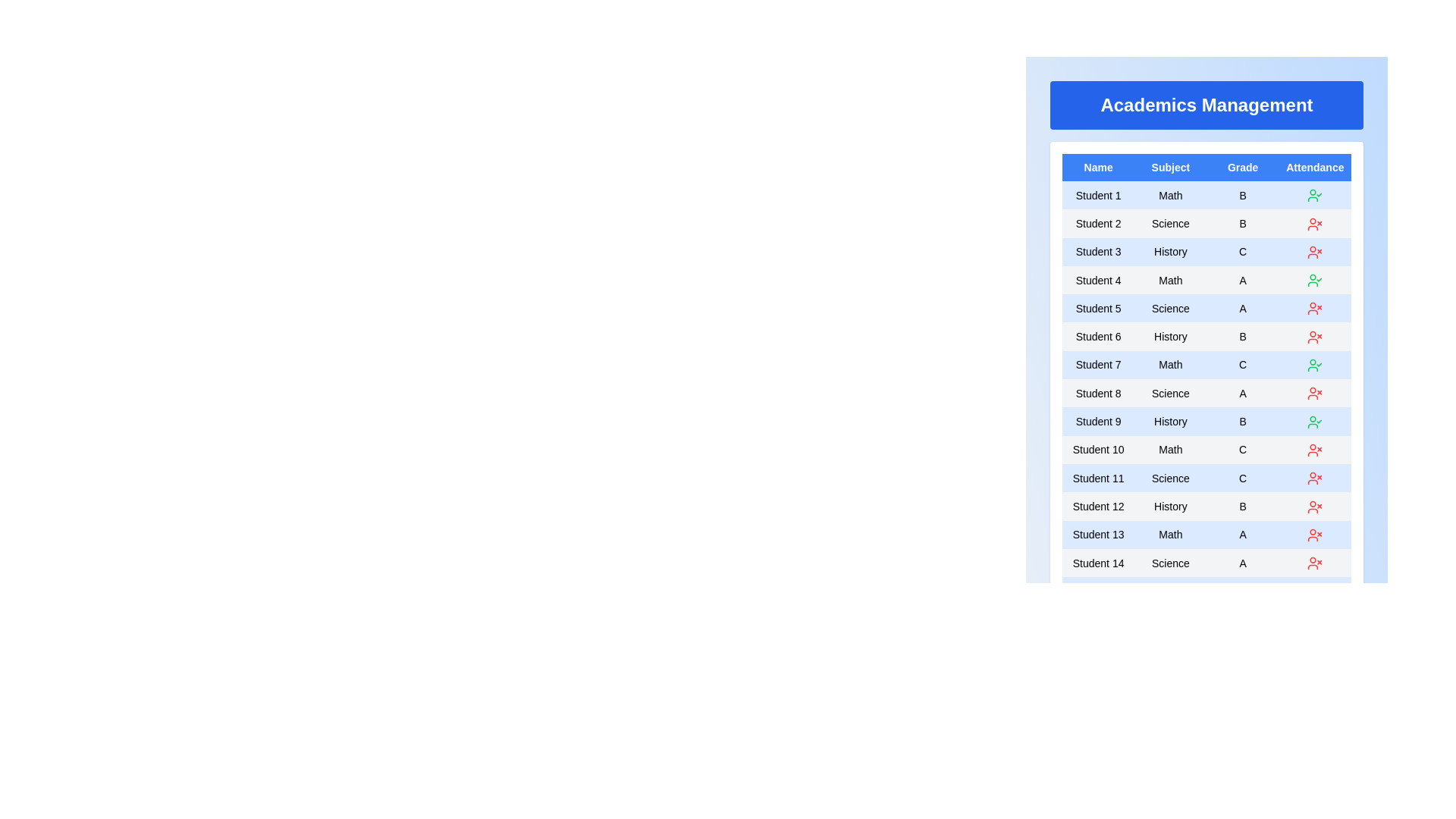 The height and width of the screenshot is (819, 1456). I want to click on the column header Name to sort the table by that column, so click(1098, 167).